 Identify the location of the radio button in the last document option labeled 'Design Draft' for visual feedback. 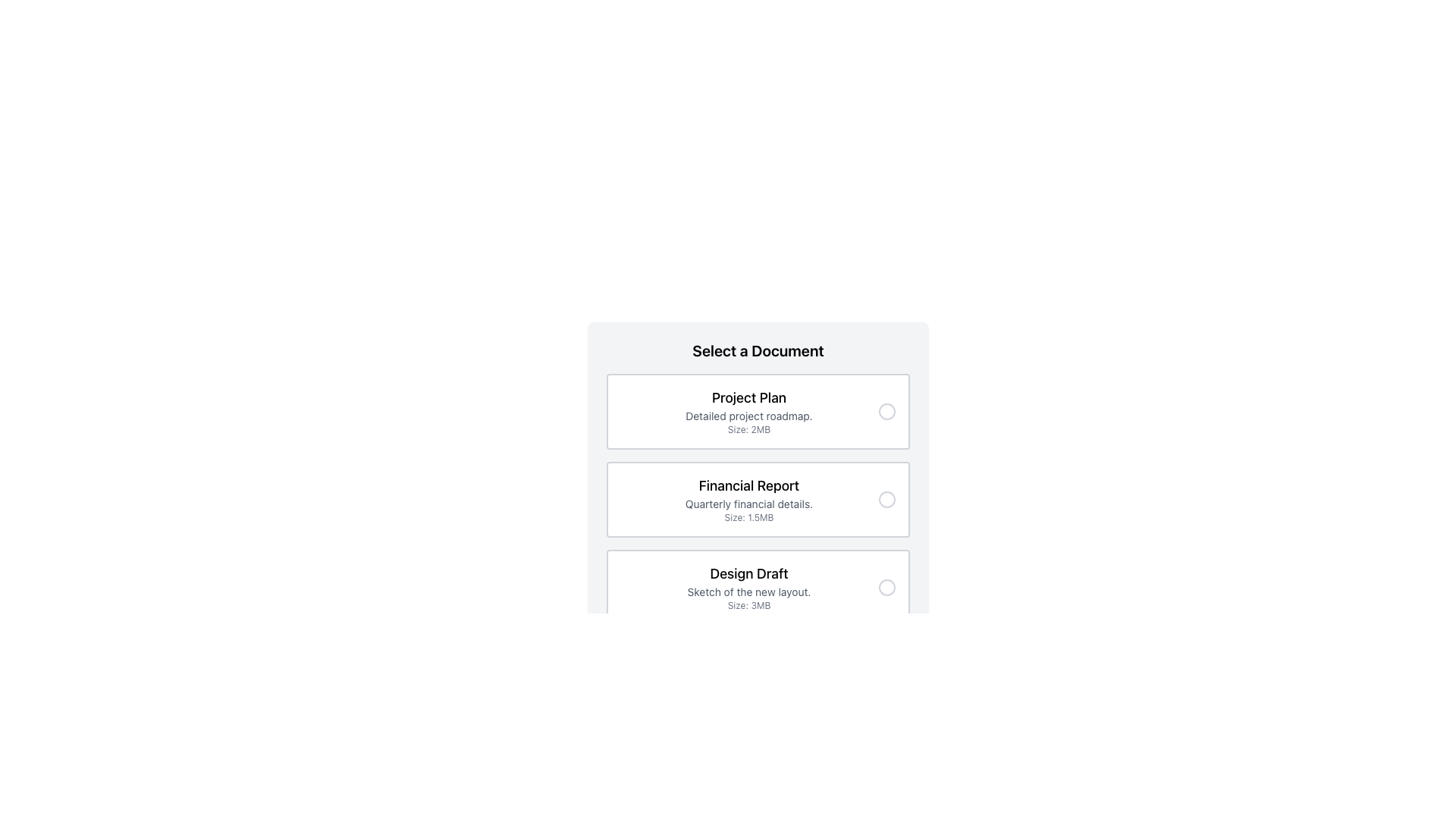
(887, 587).